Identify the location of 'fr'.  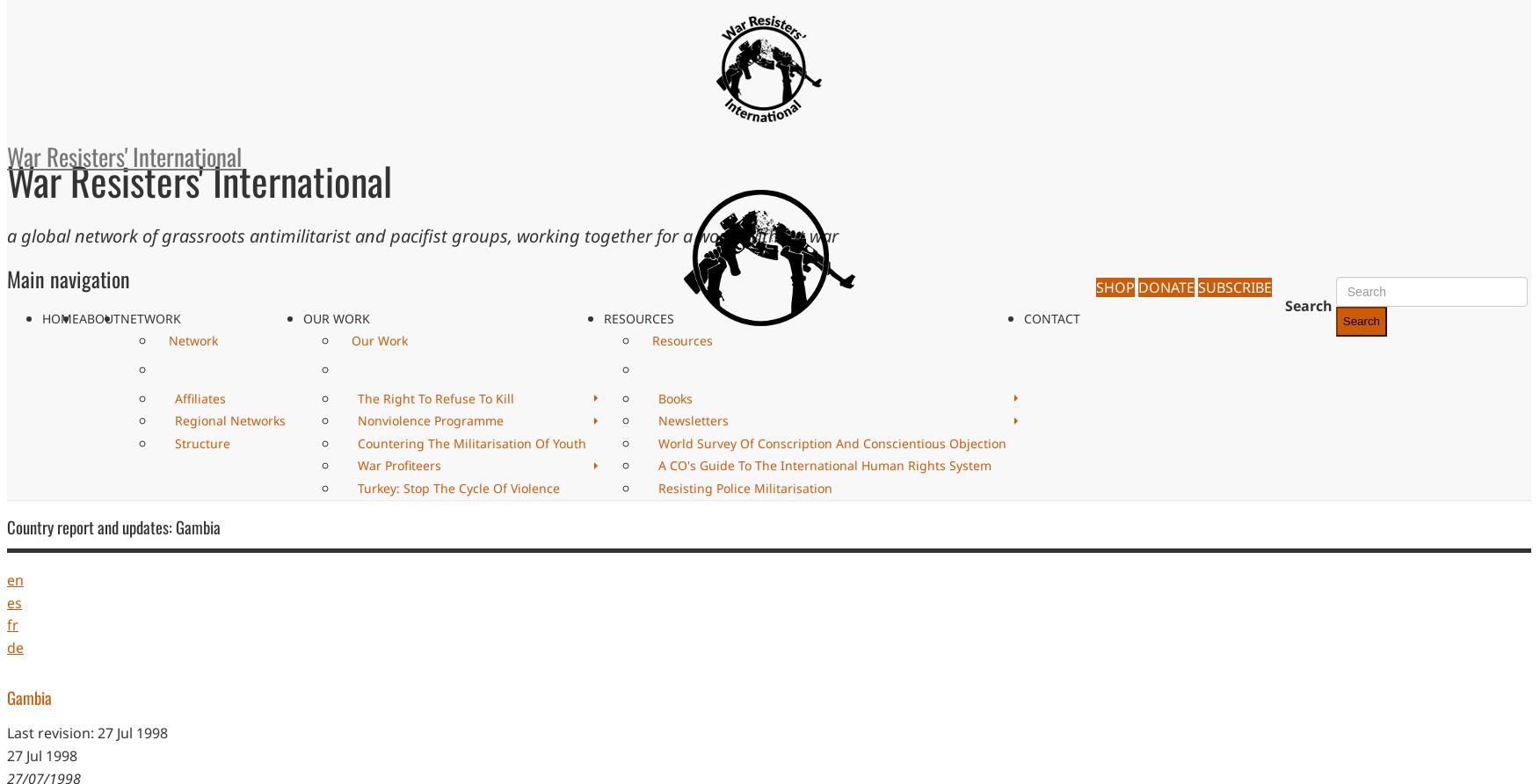
(12, 625).